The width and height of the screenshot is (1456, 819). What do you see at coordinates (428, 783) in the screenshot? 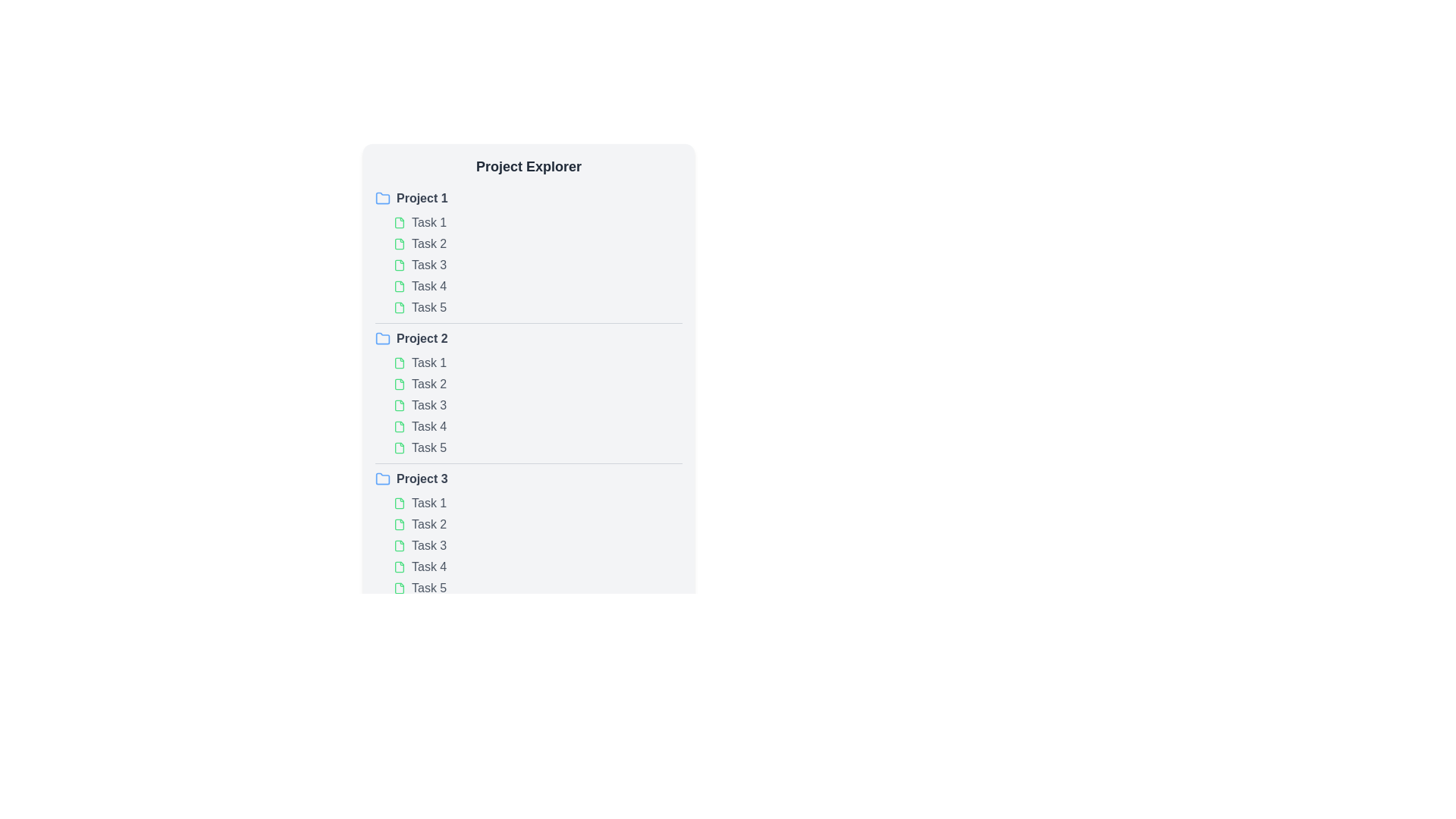
I see `the text label for 'Task 1' located under the 'Project 3' header, which is the first task in Project 3's task list` at bounding box center [428, 783].